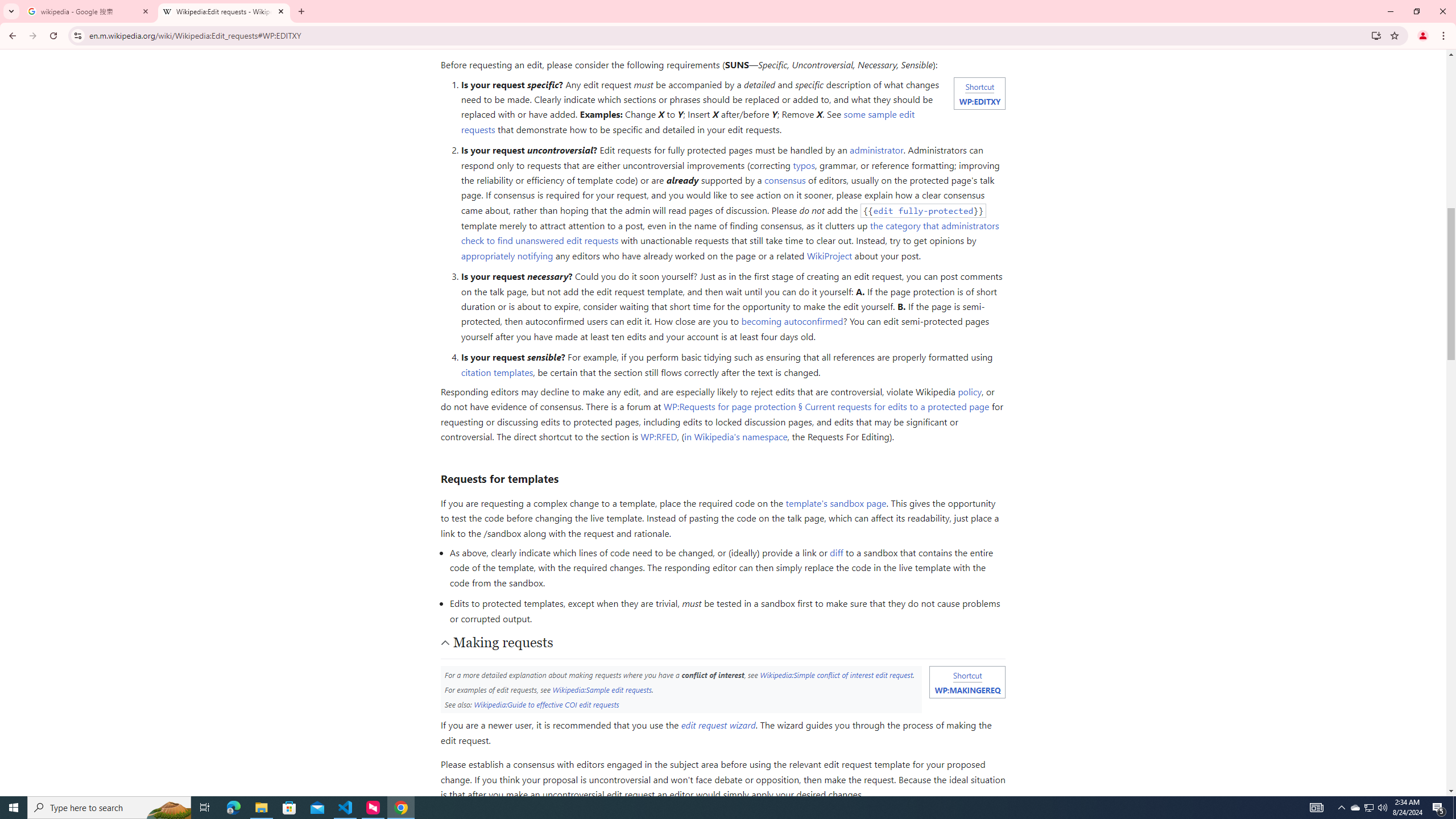 Image resolution: width=1456 pixels, height=819 pixels. What do you see at coordinates (301, 11) in the screenshot?
I see `'New Tab'` at bounding box center [301, 11].